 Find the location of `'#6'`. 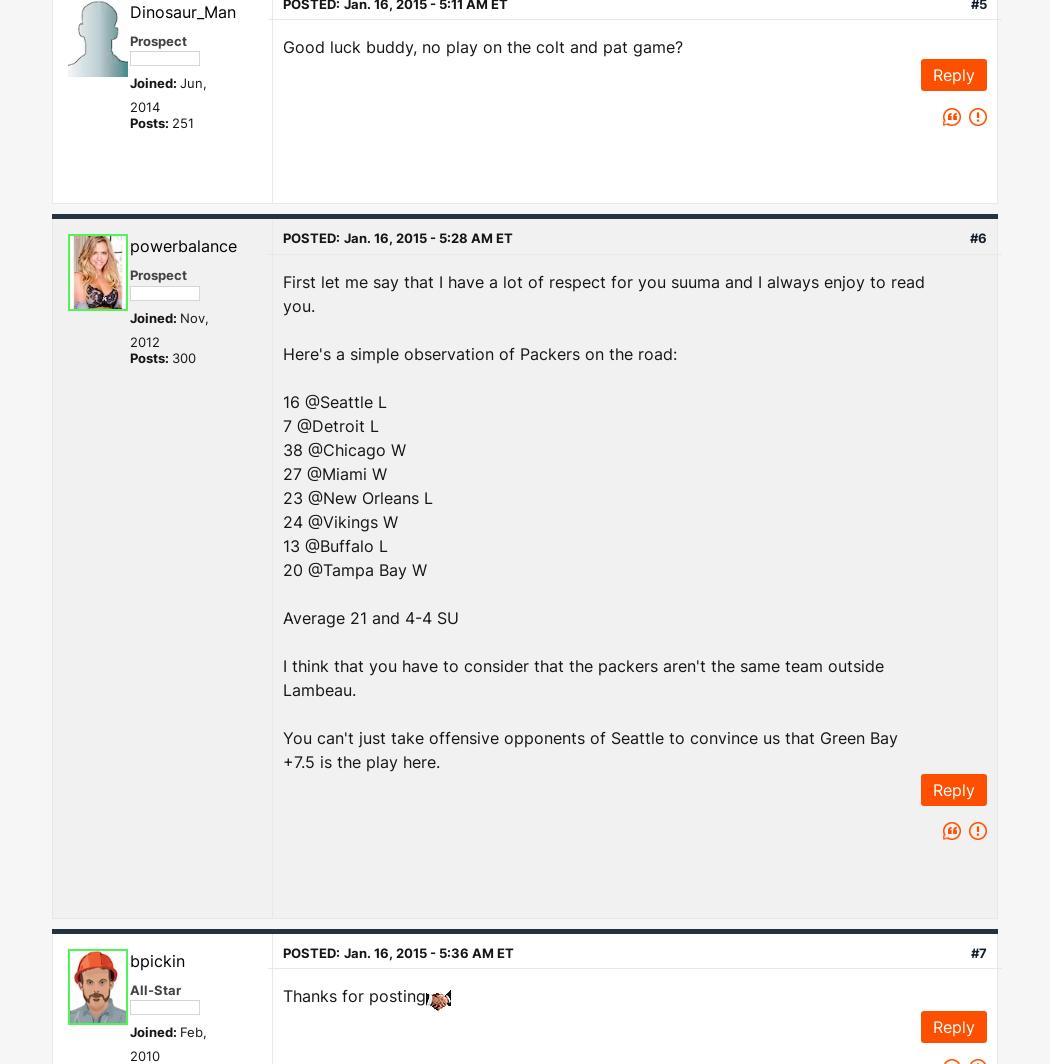

'#6' is located at coordinates (978, 238).